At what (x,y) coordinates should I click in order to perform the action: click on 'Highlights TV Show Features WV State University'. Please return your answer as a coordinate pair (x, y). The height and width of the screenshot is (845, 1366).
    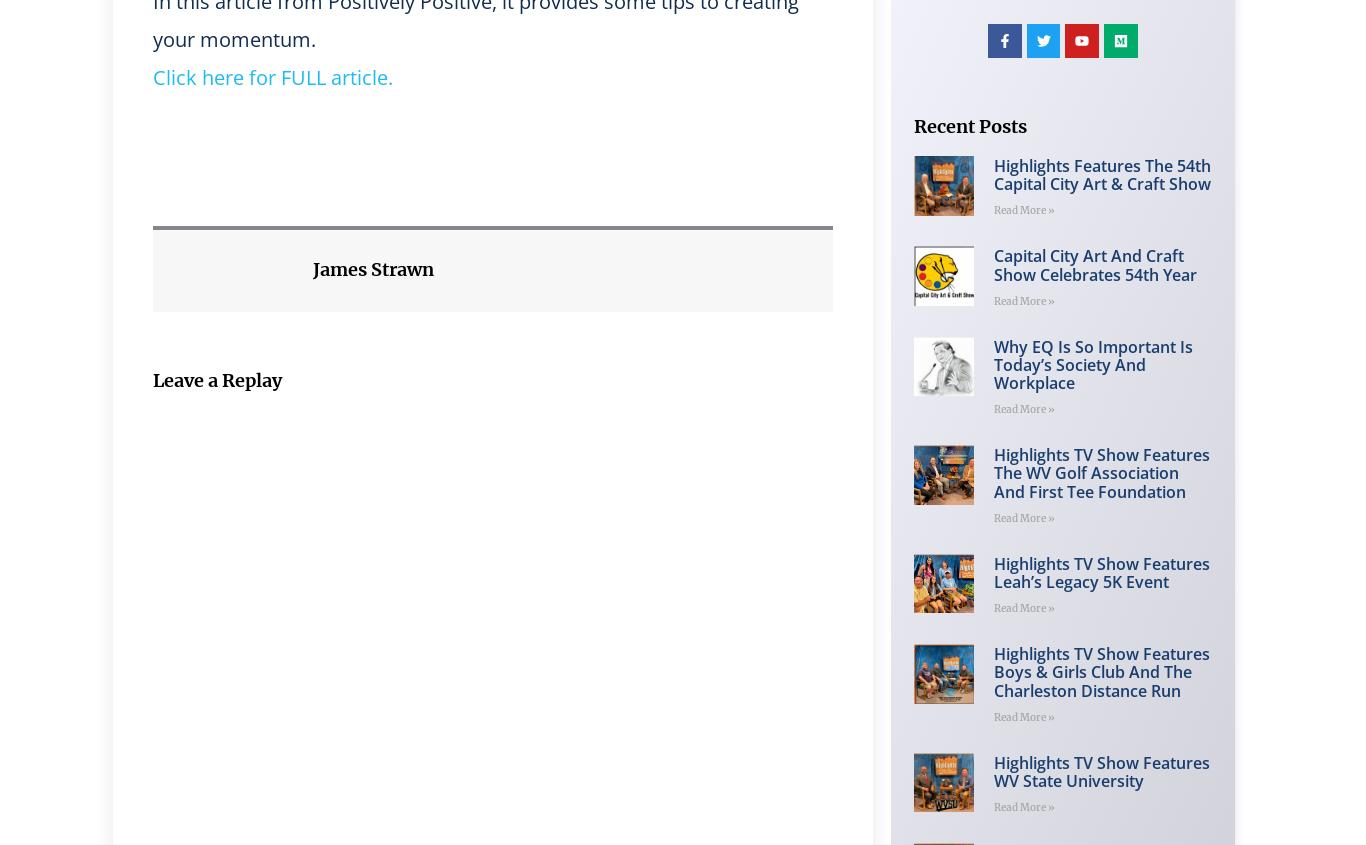
    Looking at the image, I should click on (1099, 770).